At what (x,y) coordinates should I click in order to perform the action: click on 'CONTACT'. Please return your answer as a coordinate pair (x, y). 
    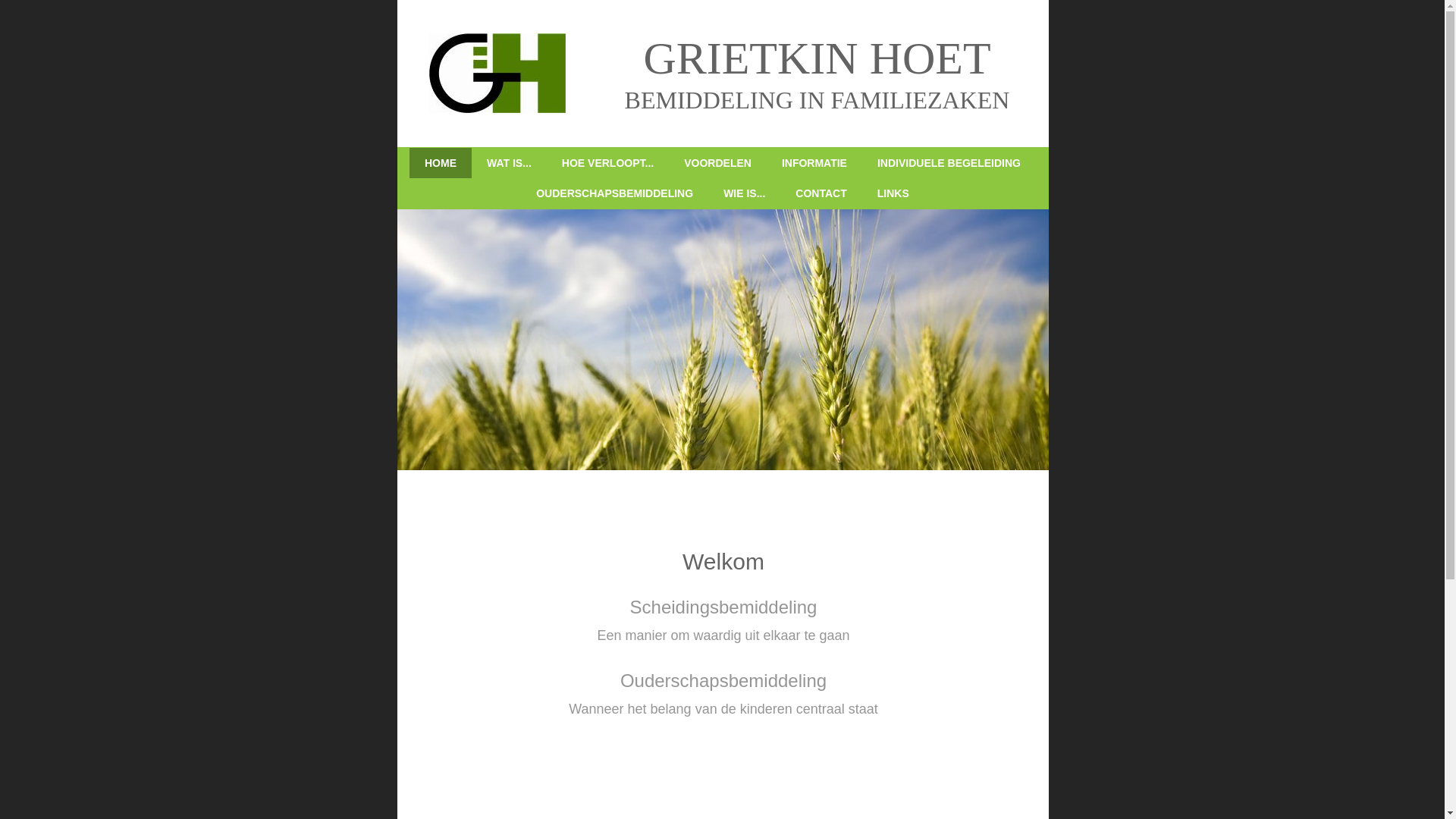
    Looking at the image, I should click on (820, 192).